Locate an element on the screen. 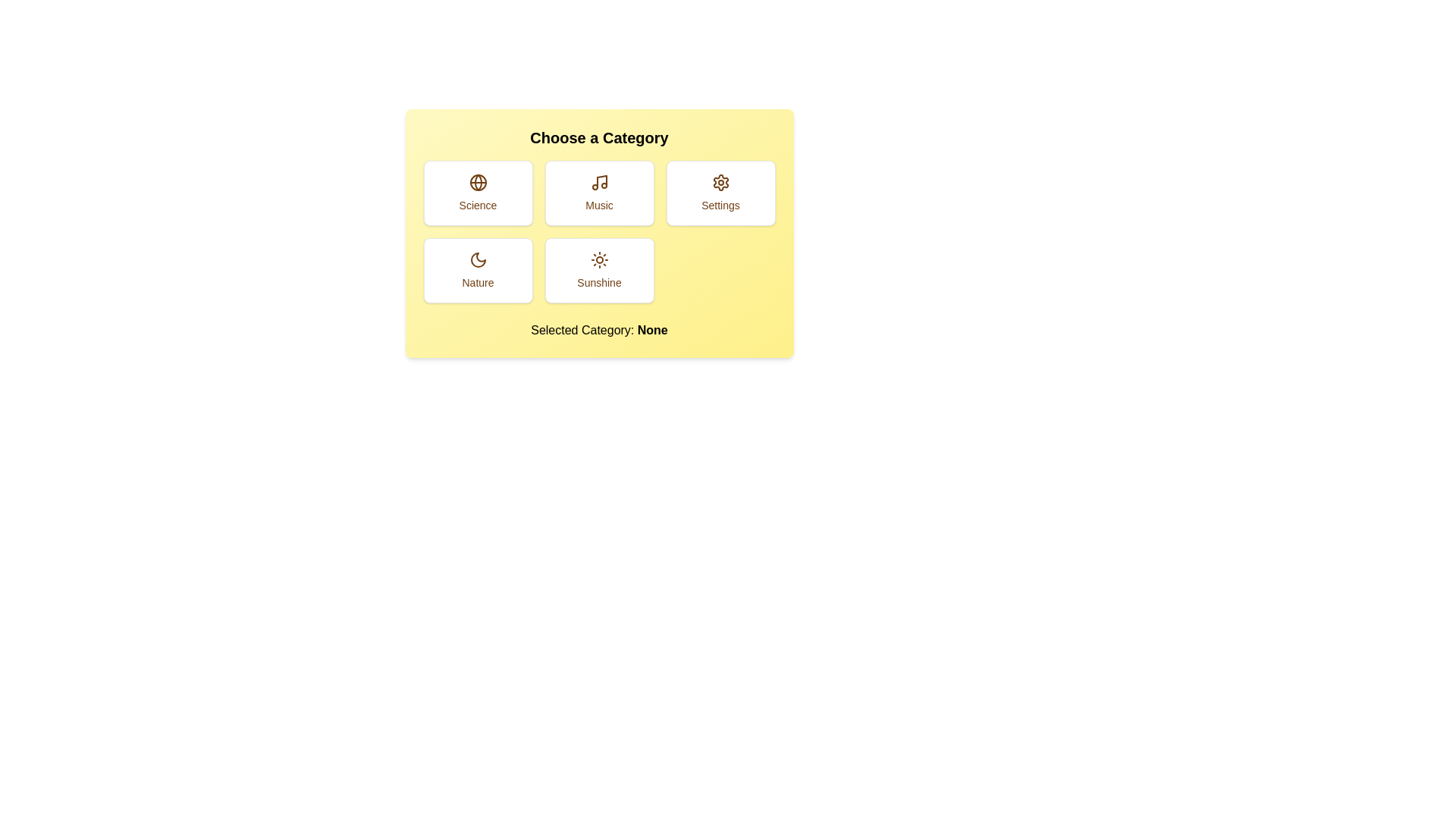 The height and width of the screenshot is (819, 1456). the 'Nature' label text, which is styled with a small and thin brown font beneath a moon-shaped icon in a yellow and white card element is located at coordinates (477, 283).